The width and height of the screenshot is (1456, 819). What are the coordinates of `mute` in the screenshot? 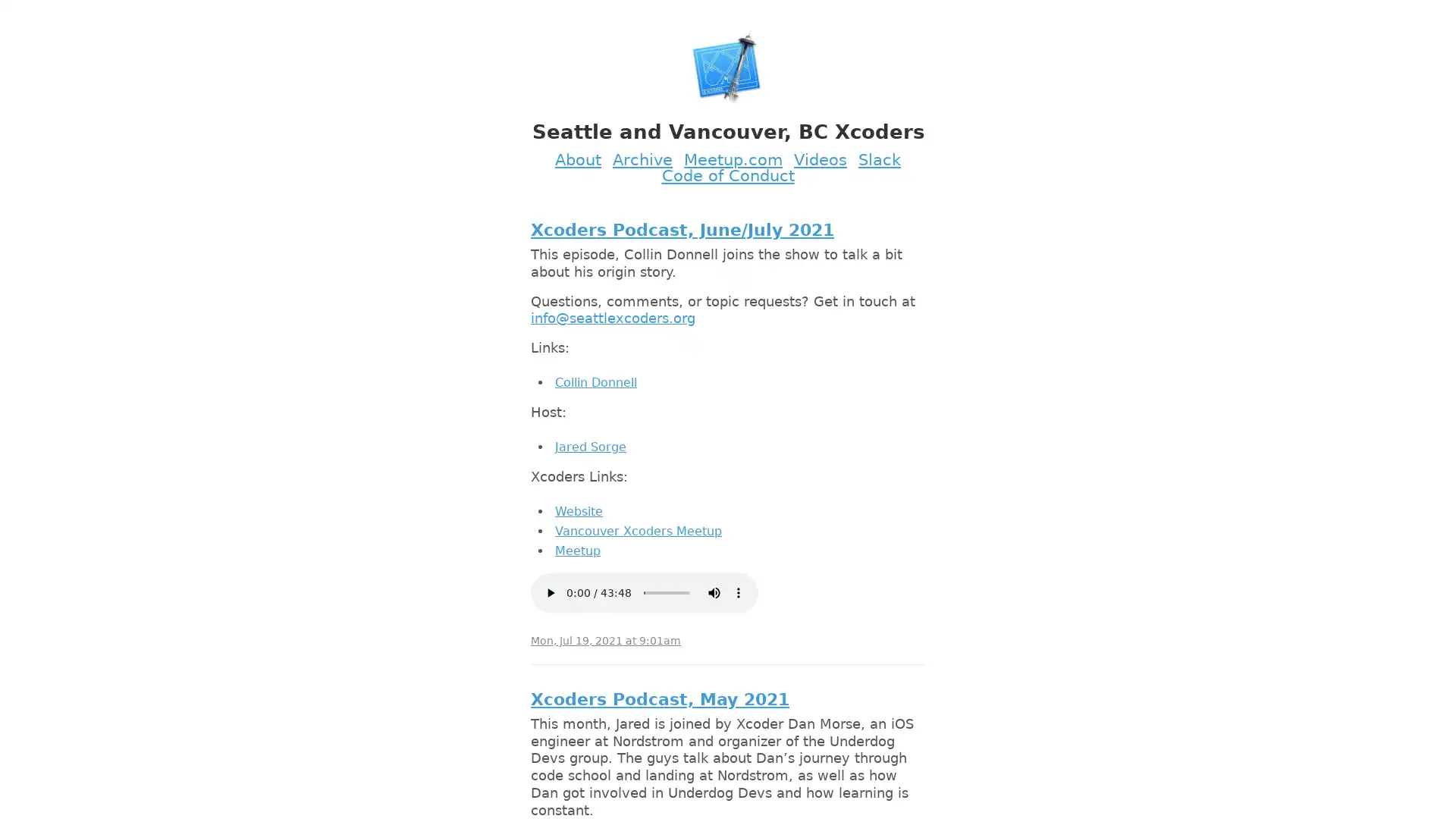 It's located at (713, 591).